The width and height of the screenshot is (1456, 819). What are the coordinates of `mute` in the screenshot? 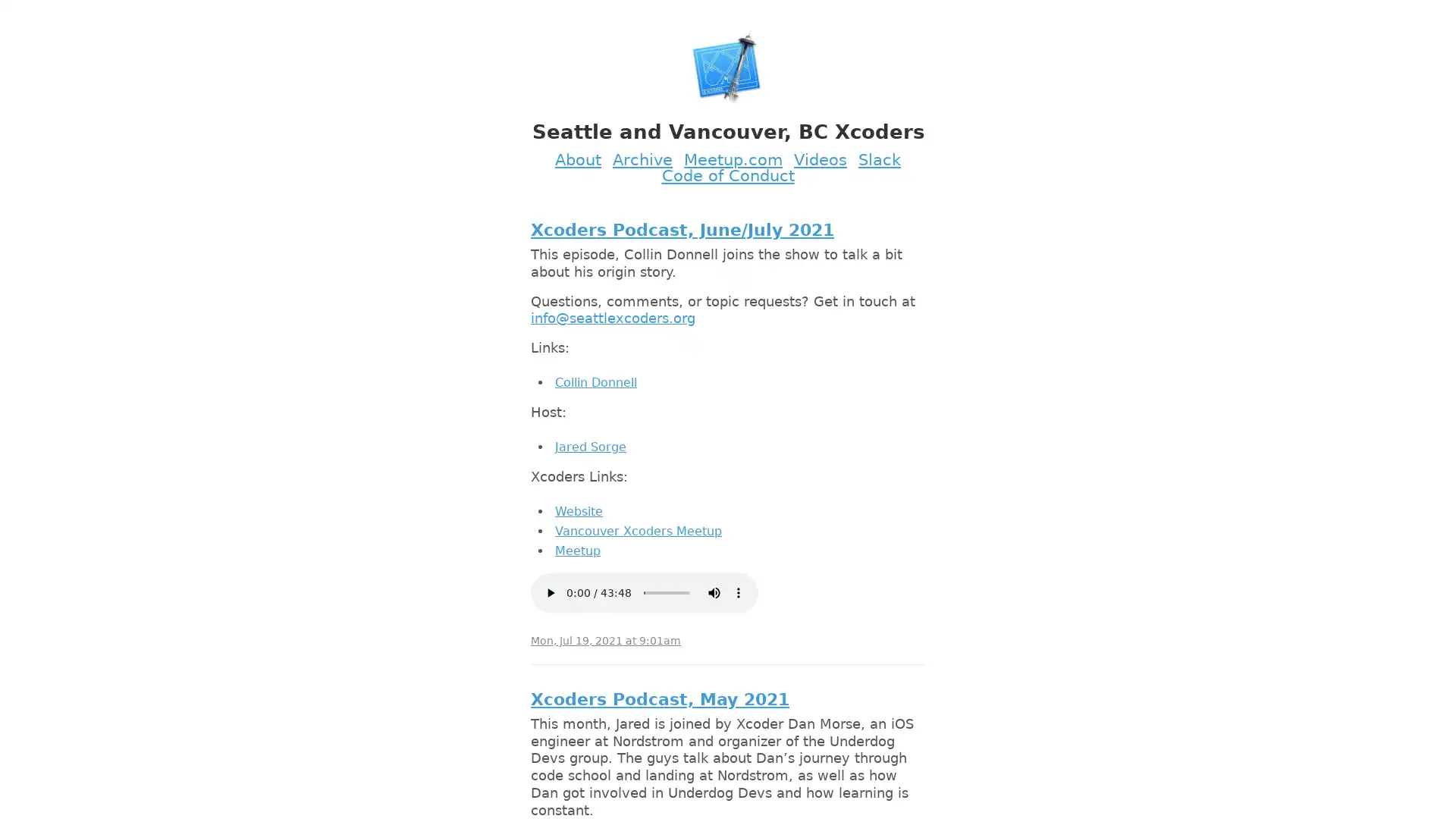 It's located at (713, 591).